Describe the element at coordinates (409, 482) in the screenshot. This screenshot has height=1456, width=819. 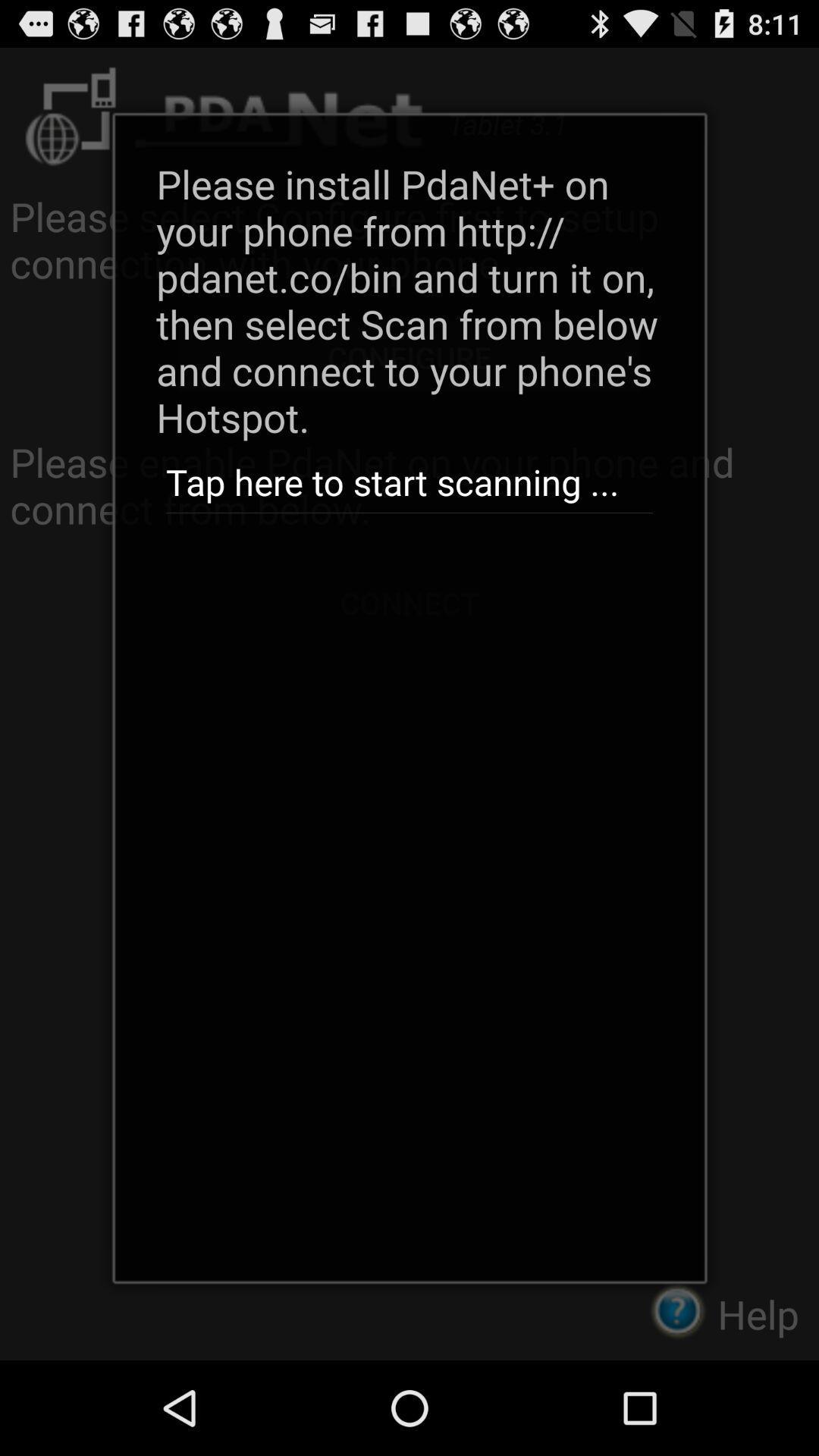
I see `the item below please install pdanet` at that location.